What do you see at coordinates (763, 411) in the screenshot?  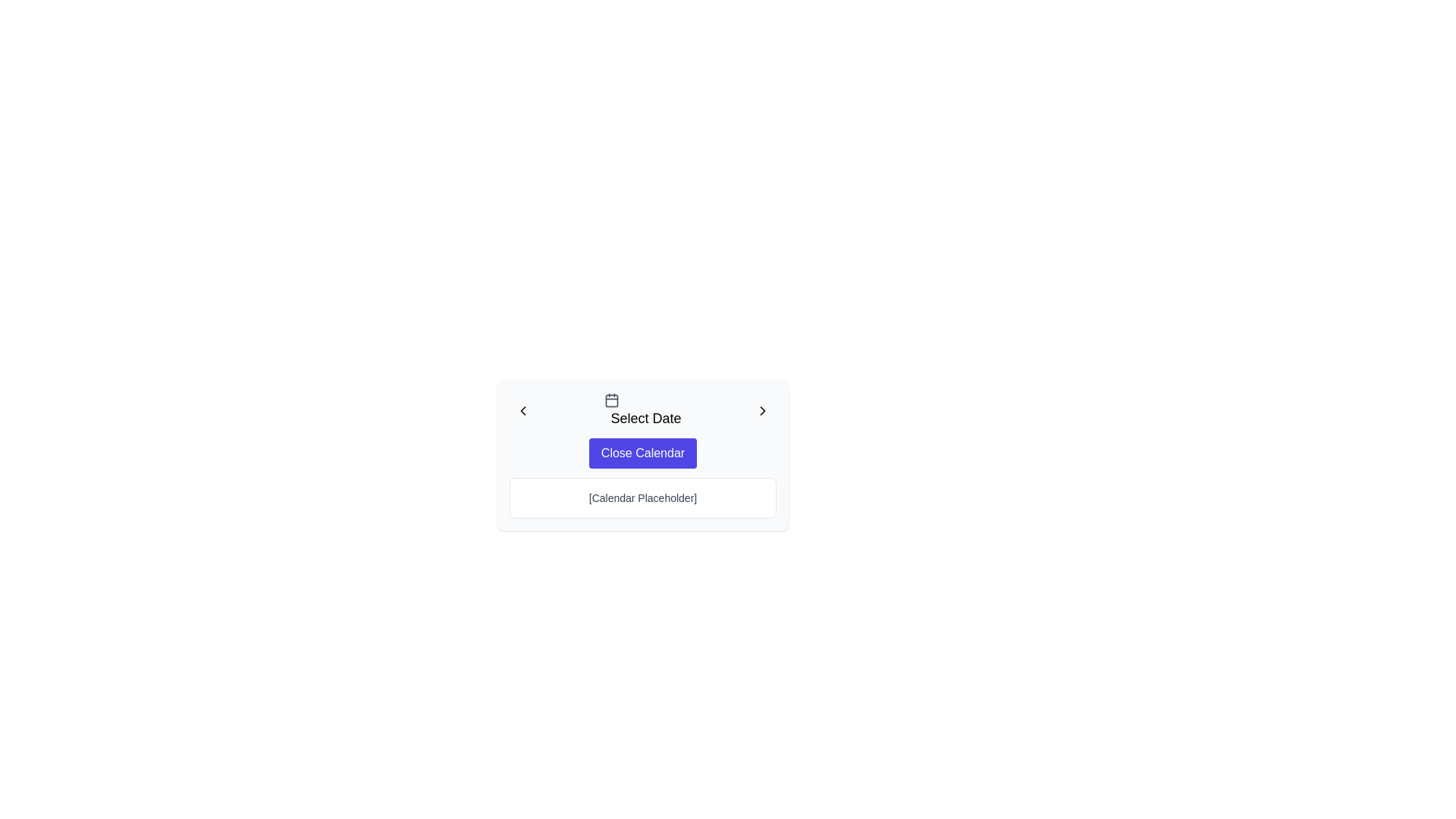 I see `the chevron-right icon located in the top-right region of the 'Select Date' box` at bounding box center [763, 411].